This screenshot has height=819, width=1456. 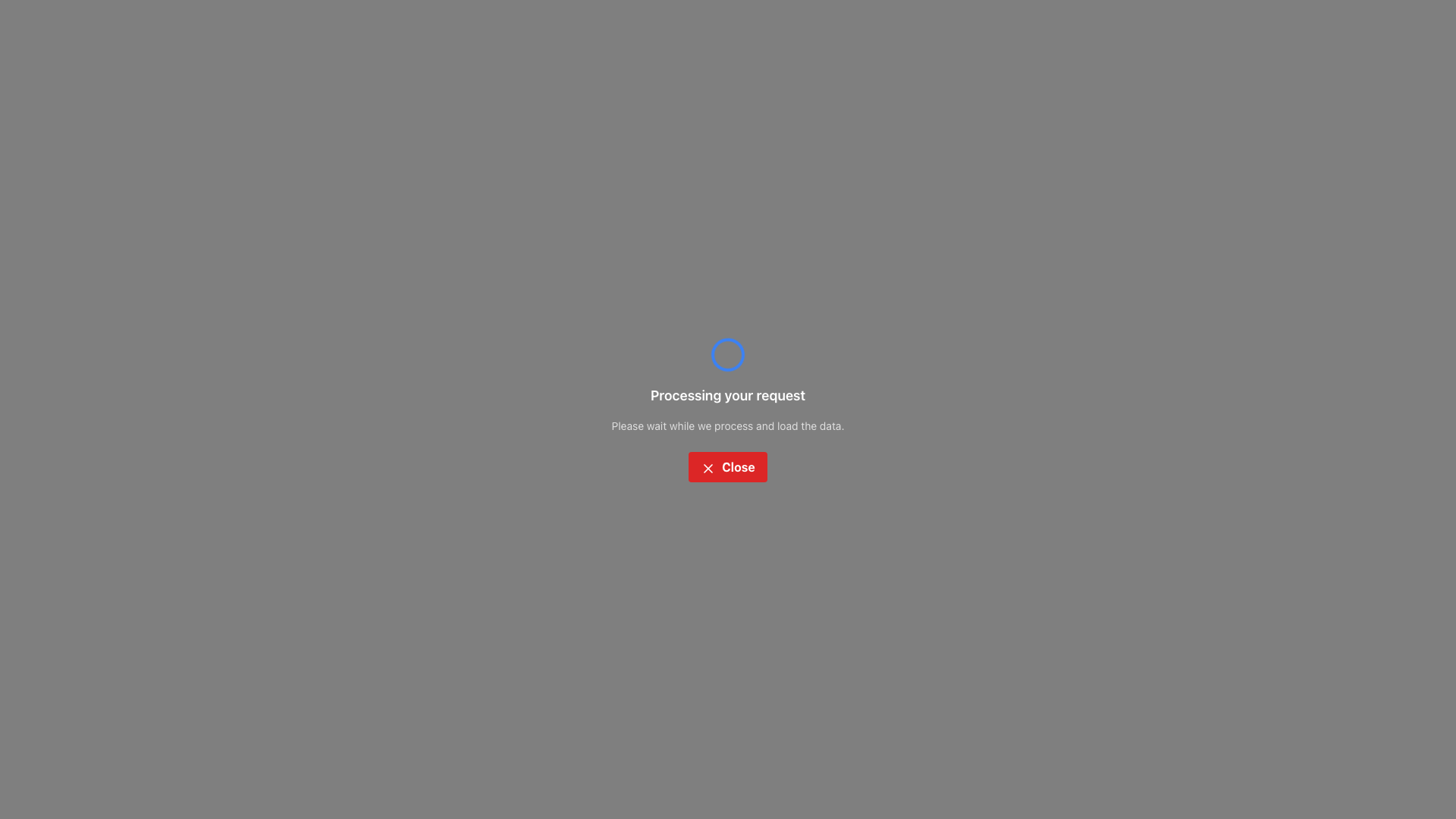 I want to click on the red 'Close' button with white text and an 'X' icon, so click(x=728, y=466).